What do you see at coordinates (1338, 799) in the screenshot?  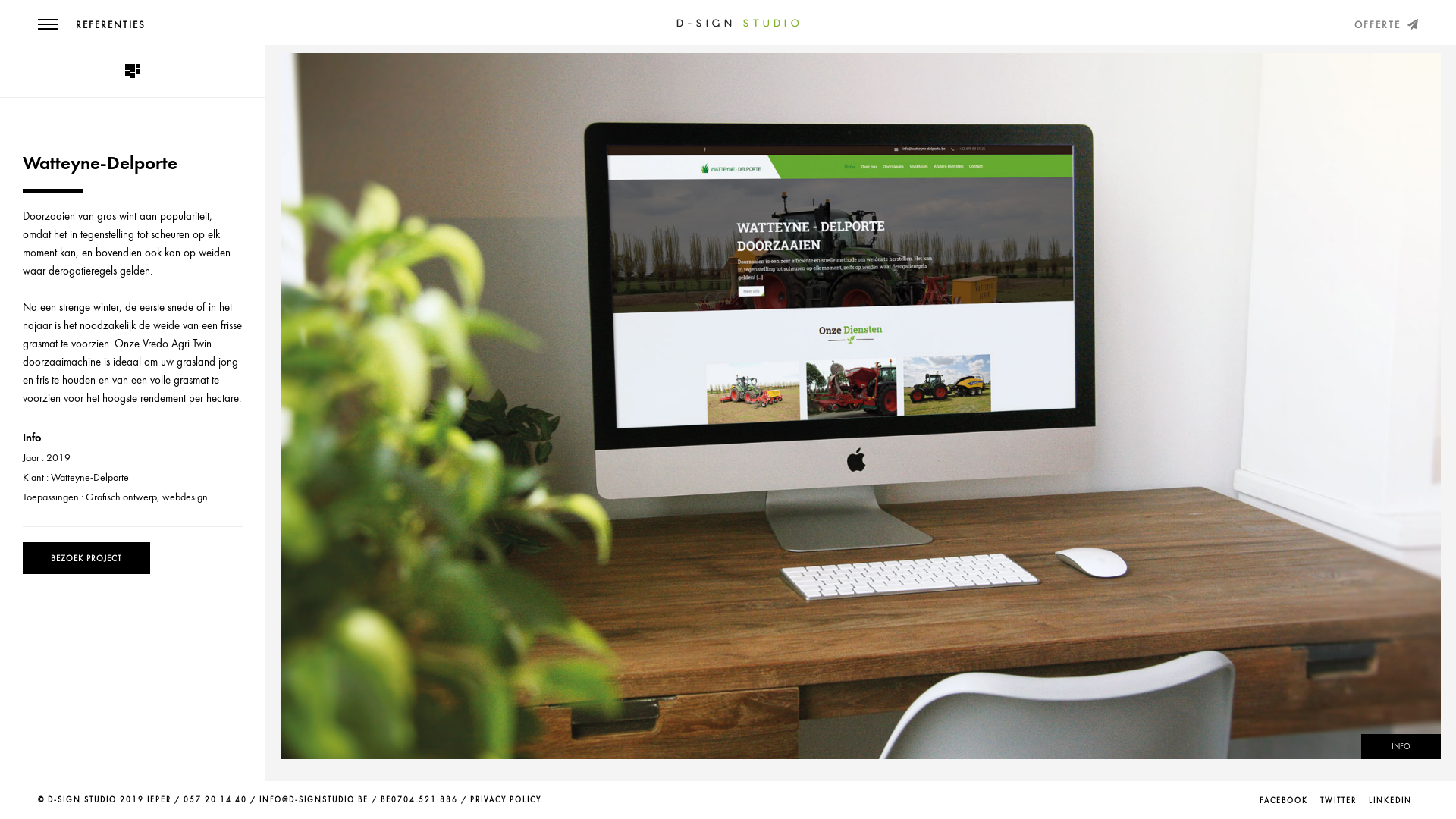 I see `'TWITTER'` at bounding box center [1338, 799].